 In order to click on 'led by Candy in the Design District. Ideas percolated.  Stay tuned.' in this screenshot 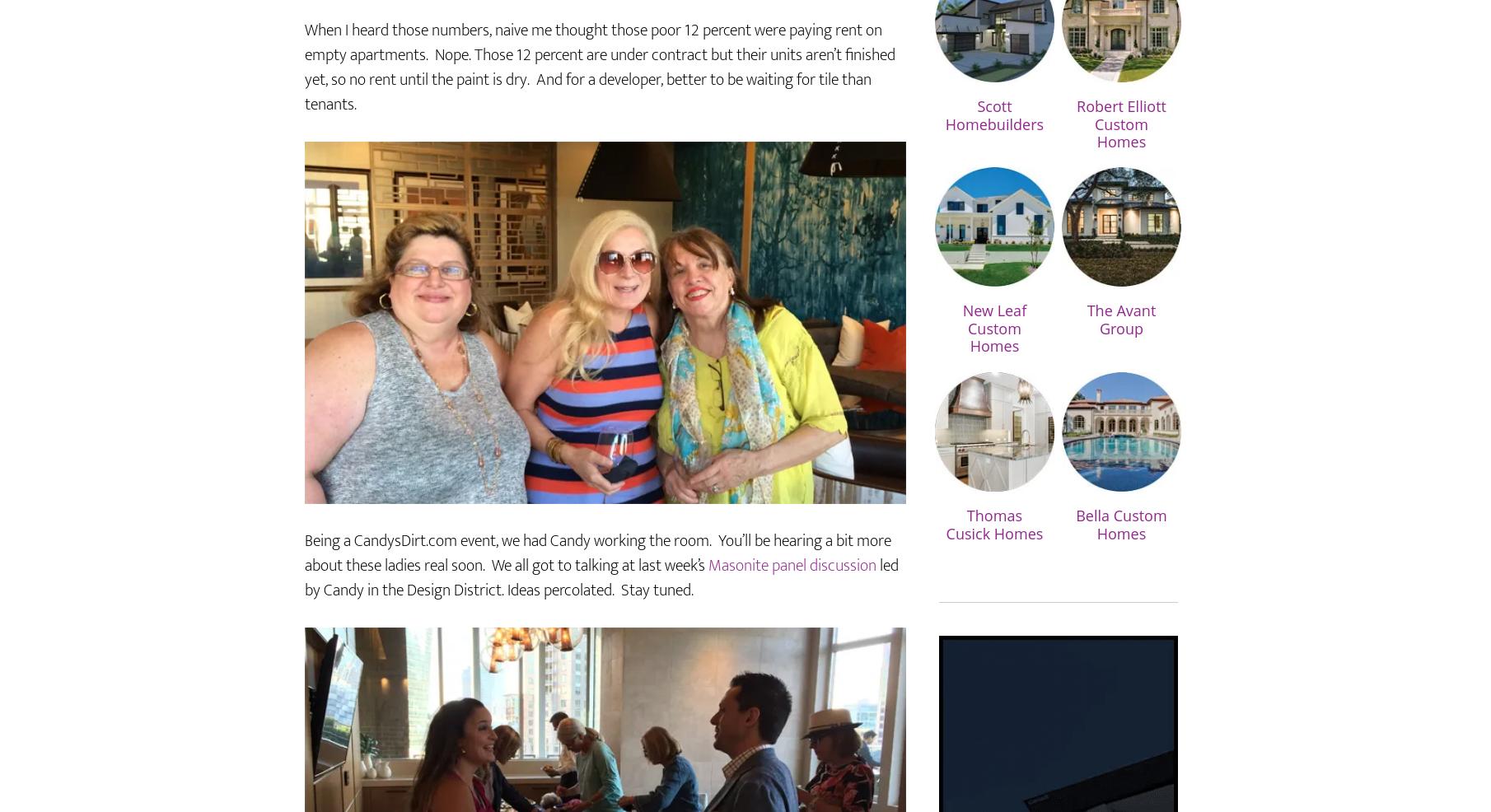, I will do `click(601, 626)`.